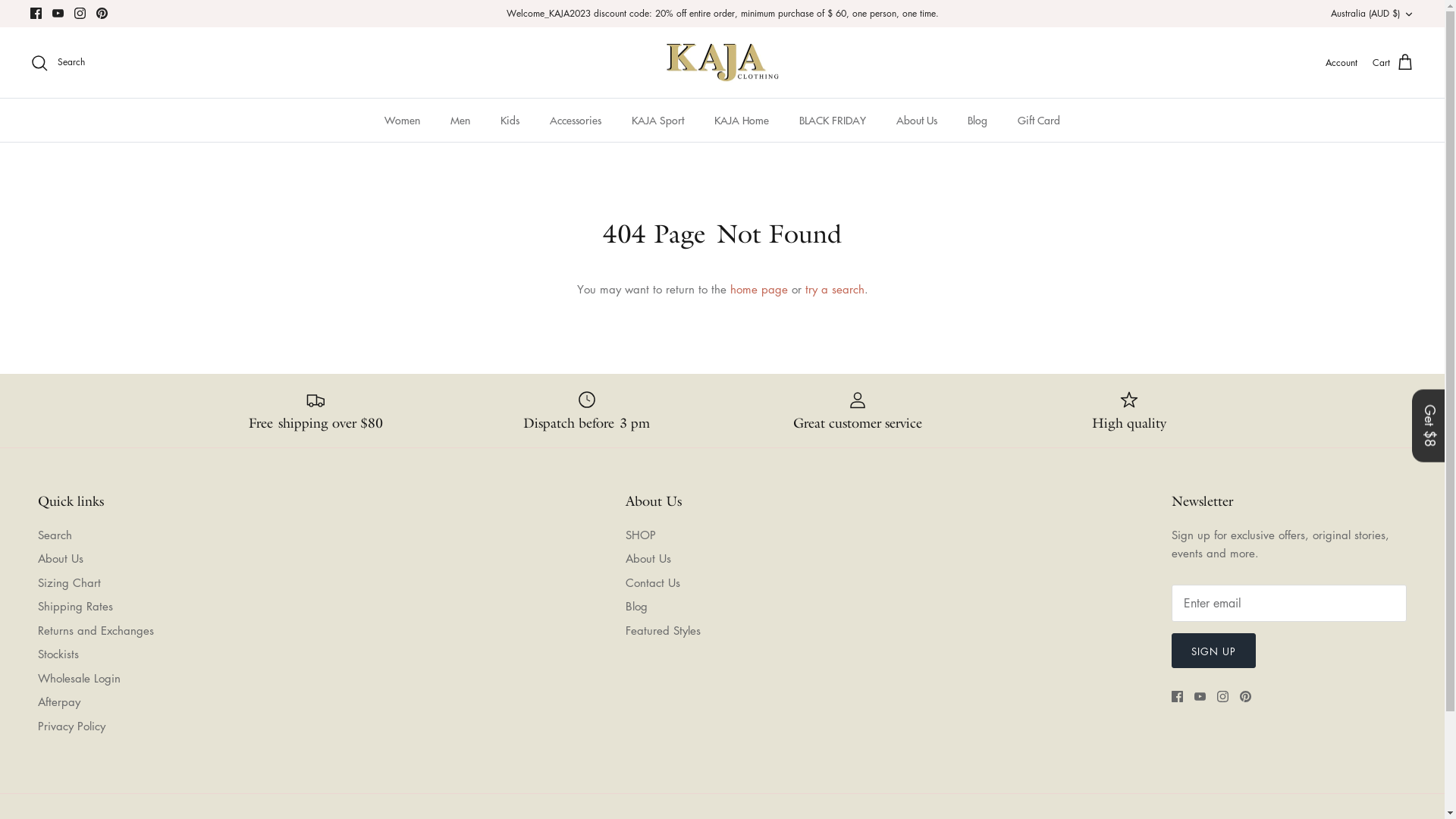 Image resolution: width=1456 pixels, height=819 pixels. Describe the element at coordinates (1216, 696) in the screenshot. I see `'Instagram'` at that location.